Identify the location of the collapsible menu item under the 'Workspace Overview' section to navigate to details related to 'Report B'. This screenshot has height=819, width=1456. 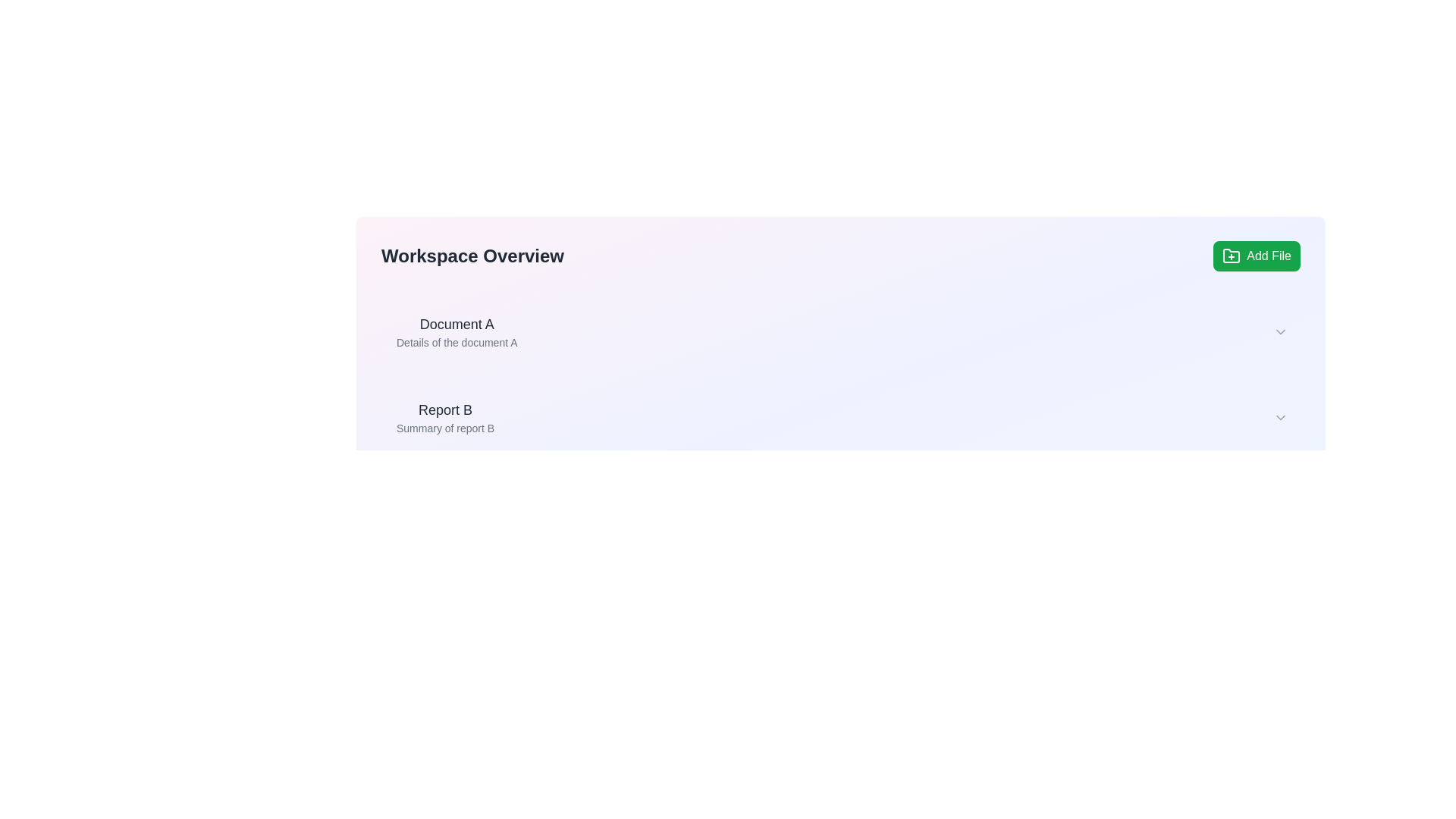
(841, 418).